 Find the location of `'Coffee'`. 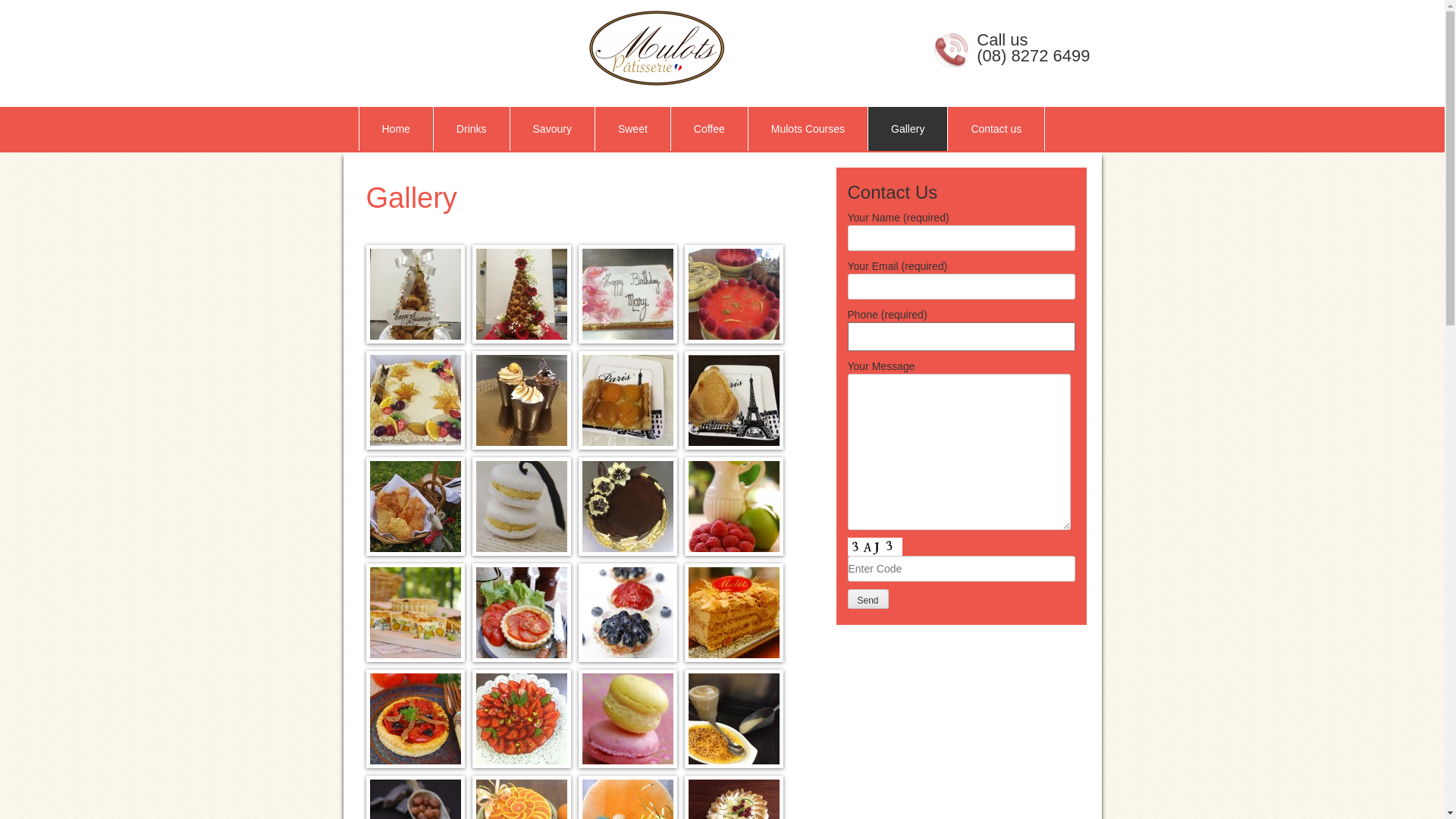

'Coffee' is located at coordinates (708, 127).